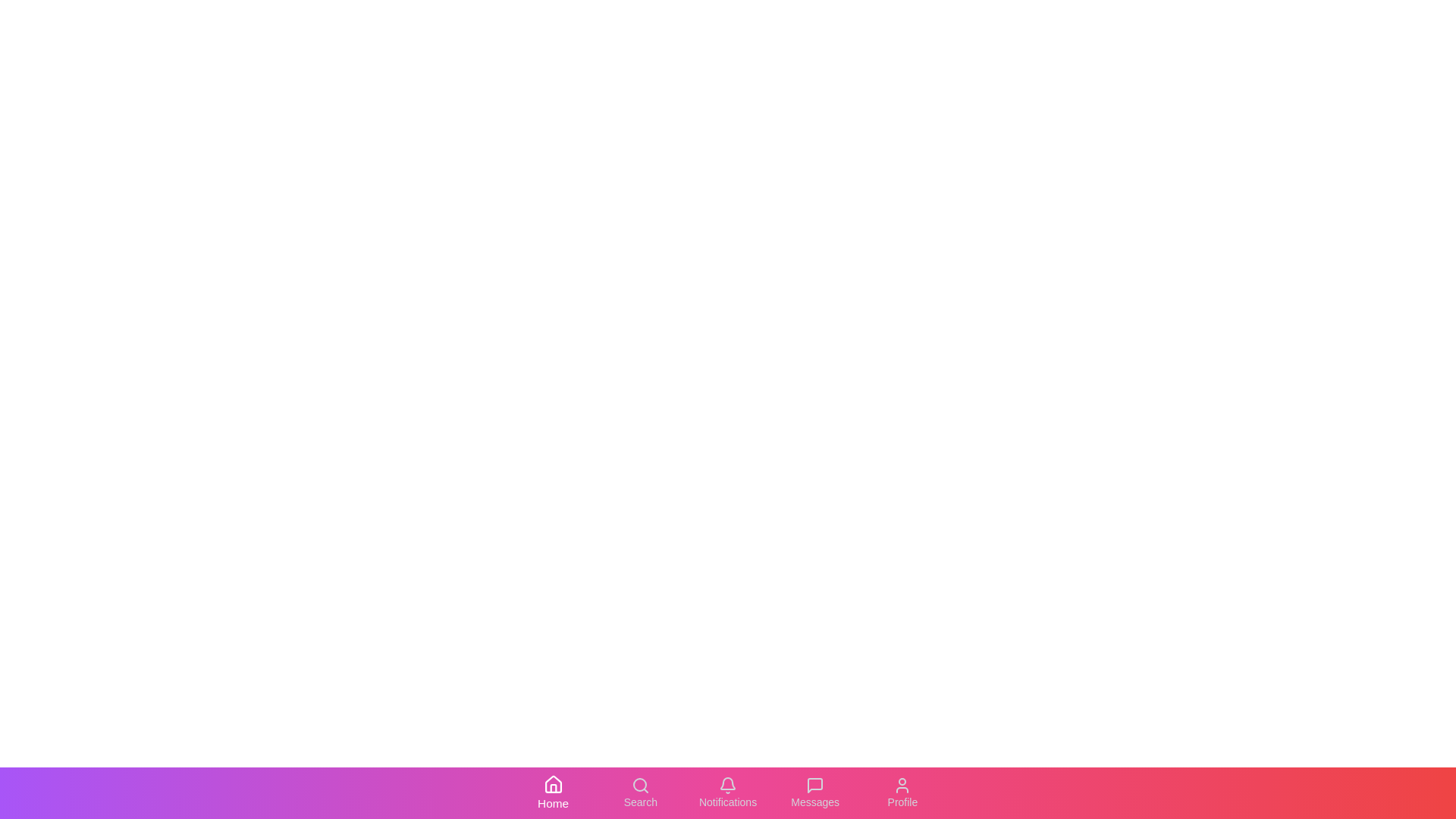 This screenshot has width=1456, height=819. What do you see at coordinates (728, 792) in the screenshot?
I see `the 'Notifications' tab in the bottom navigation bar` at bounding box center [728, 792].